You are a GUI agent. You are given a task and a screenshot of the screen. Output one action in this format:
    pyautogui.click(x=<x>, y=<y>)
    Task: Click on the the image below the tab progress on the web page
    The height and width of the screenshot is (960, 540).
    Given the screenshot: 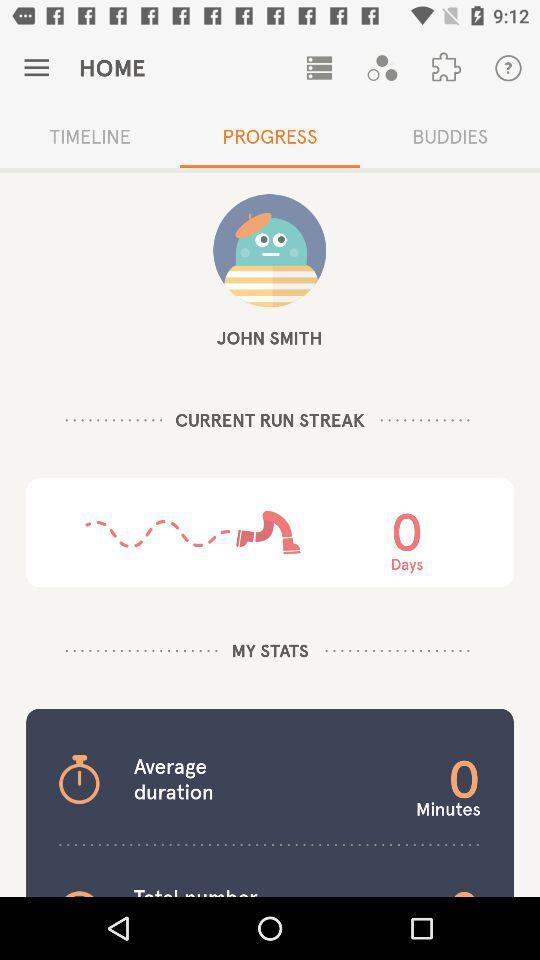 What is the action you would take?
    pyautogui.click(x=269, y=249)
    